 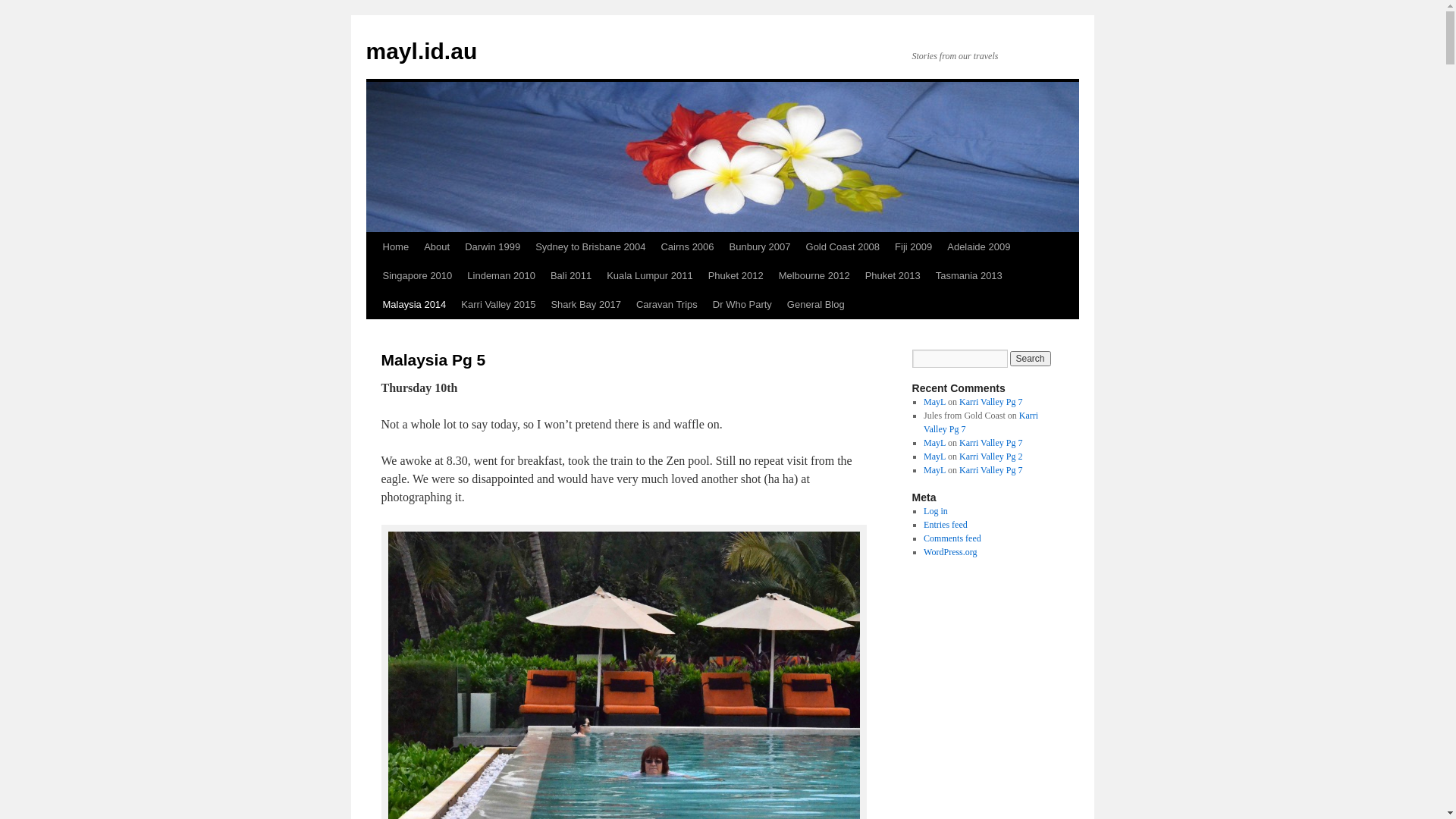 I want to click on 'Singapore 2010', so click(x=375, y=275).